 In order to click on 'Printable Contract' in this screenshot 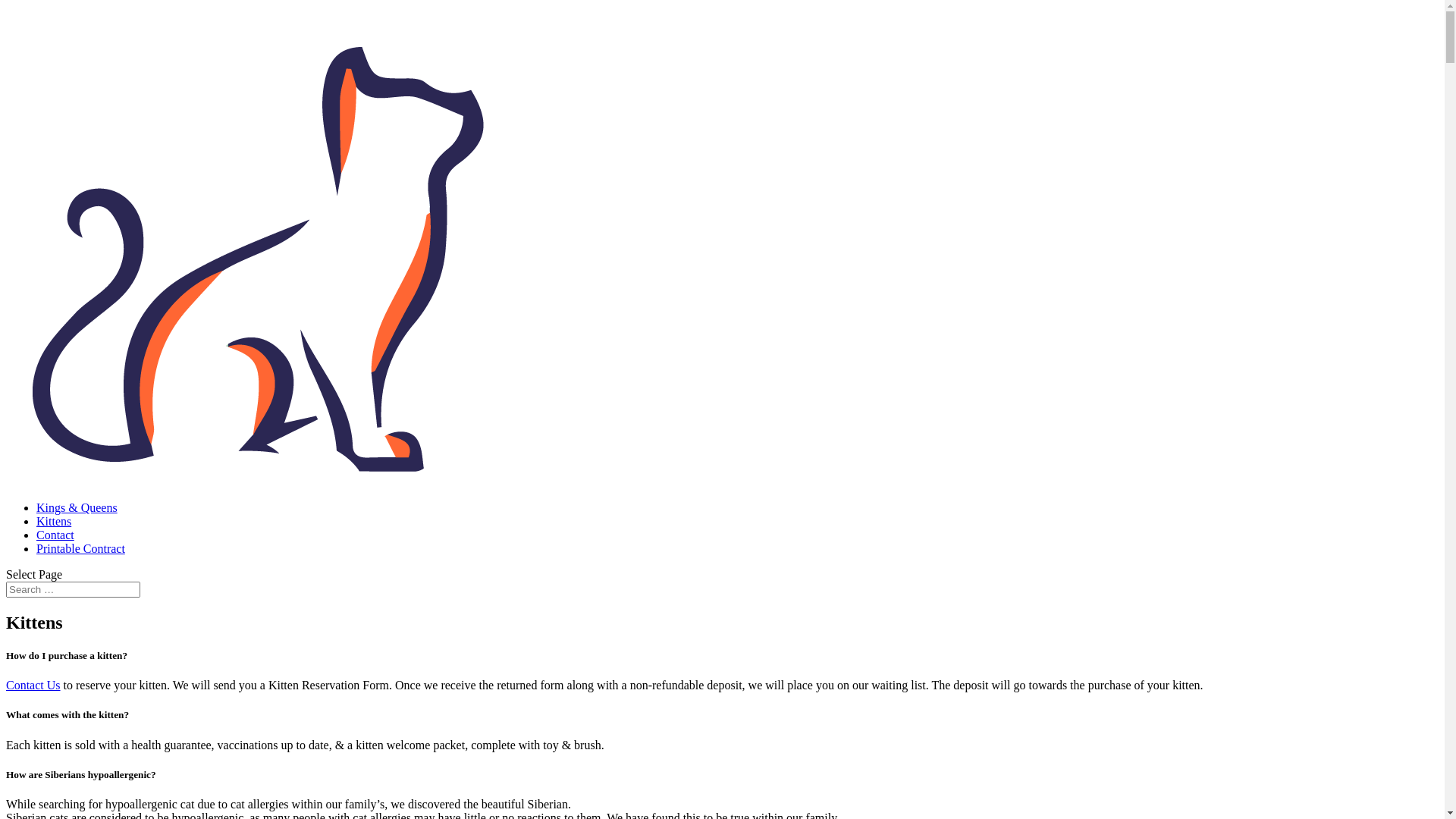, I will do `click(80, 548)`.